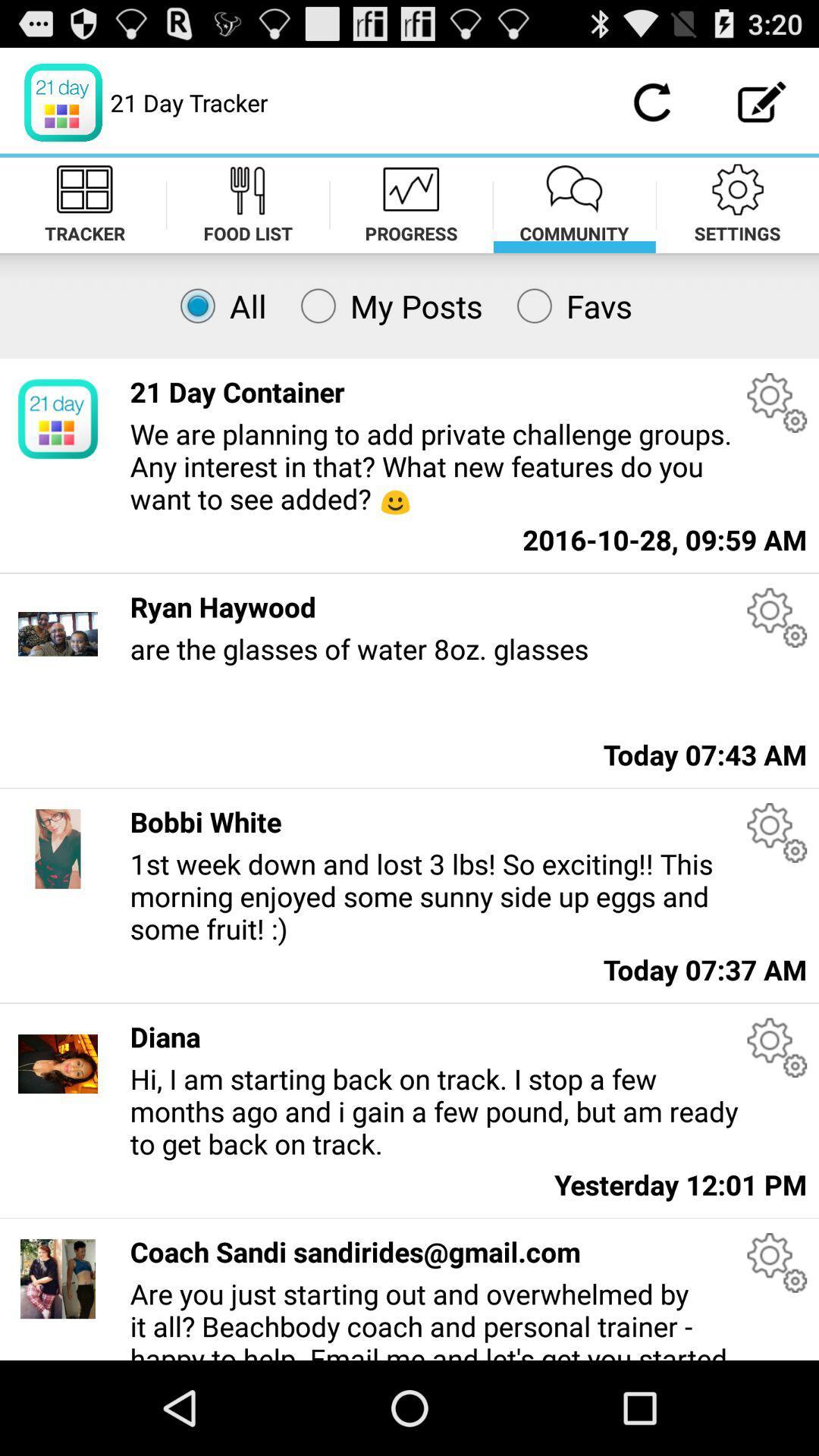 This screenshot has width=819, height=1456. I want to click on settings, so click(777, 403).